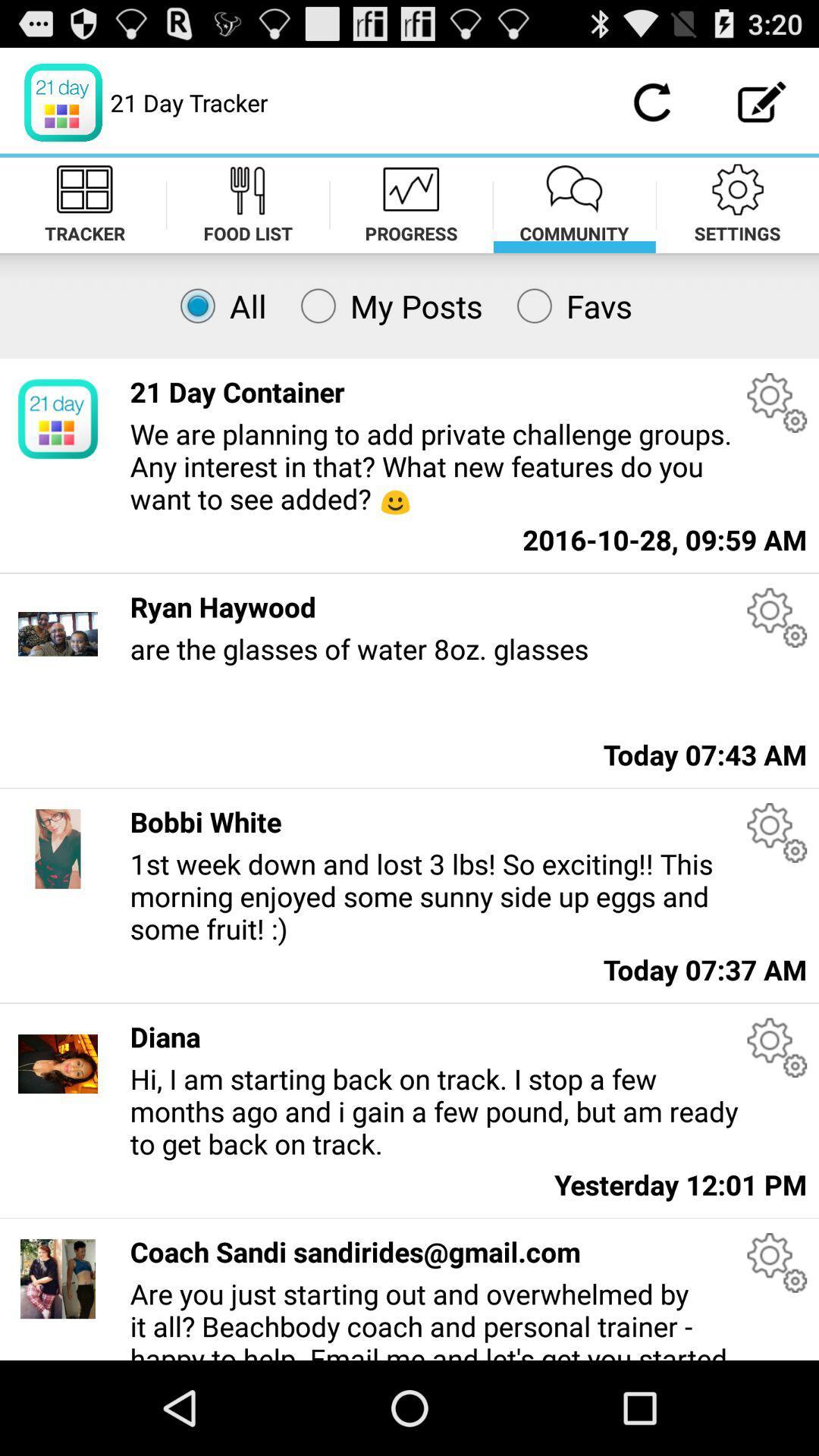 This screenshot has width=819, height=1456. I want to click on settings, so click(777, 403).